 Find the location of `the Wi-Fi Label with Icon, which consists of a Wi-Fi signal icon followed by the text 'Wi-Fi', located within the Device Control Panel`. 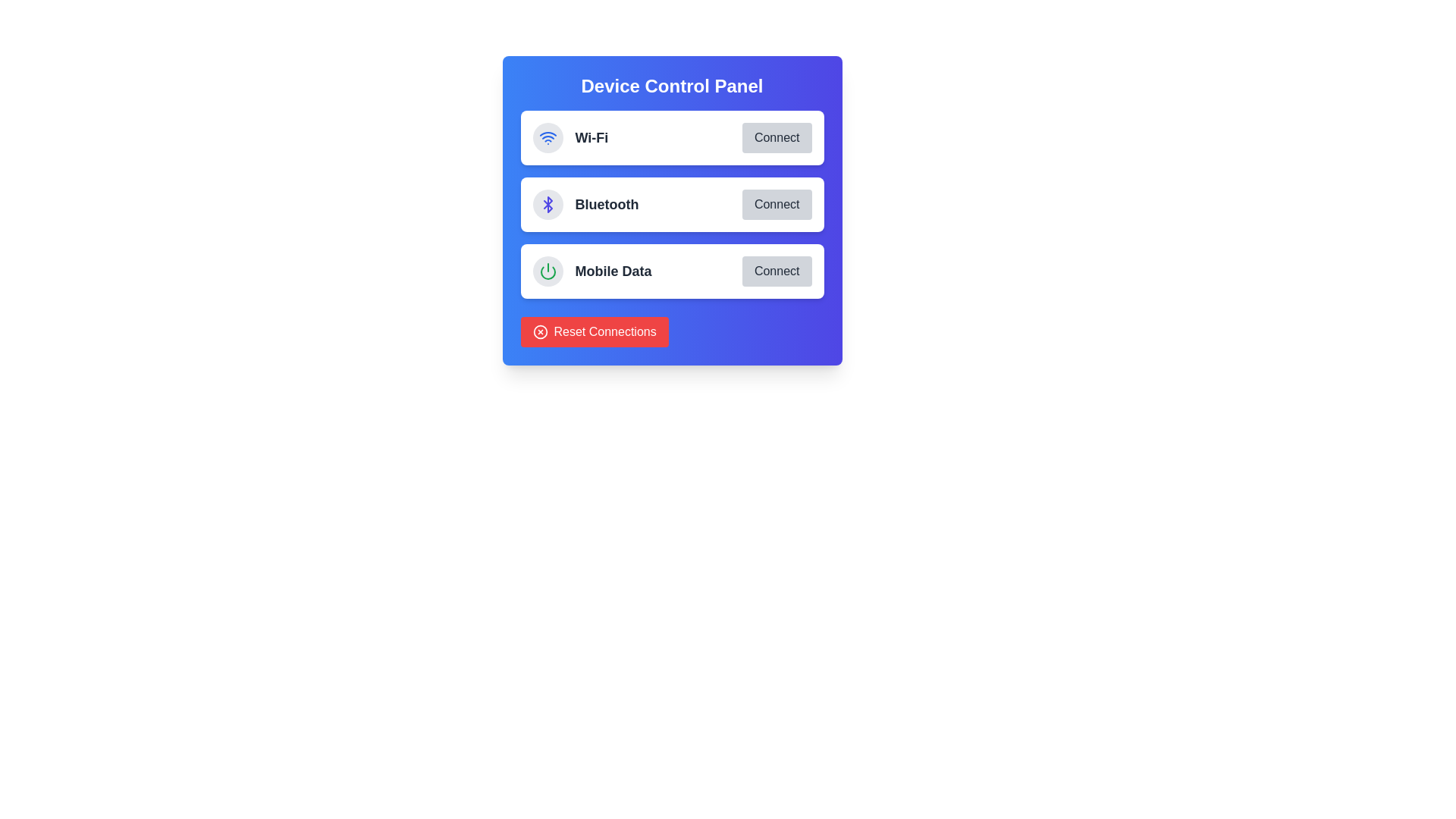

the Wi-Fi Label with Icon, which consists of a Wi-Fi signal icon followed by the text 'Wi-Fi', located within the Device Control Panel is located at coordinates (570, 137).